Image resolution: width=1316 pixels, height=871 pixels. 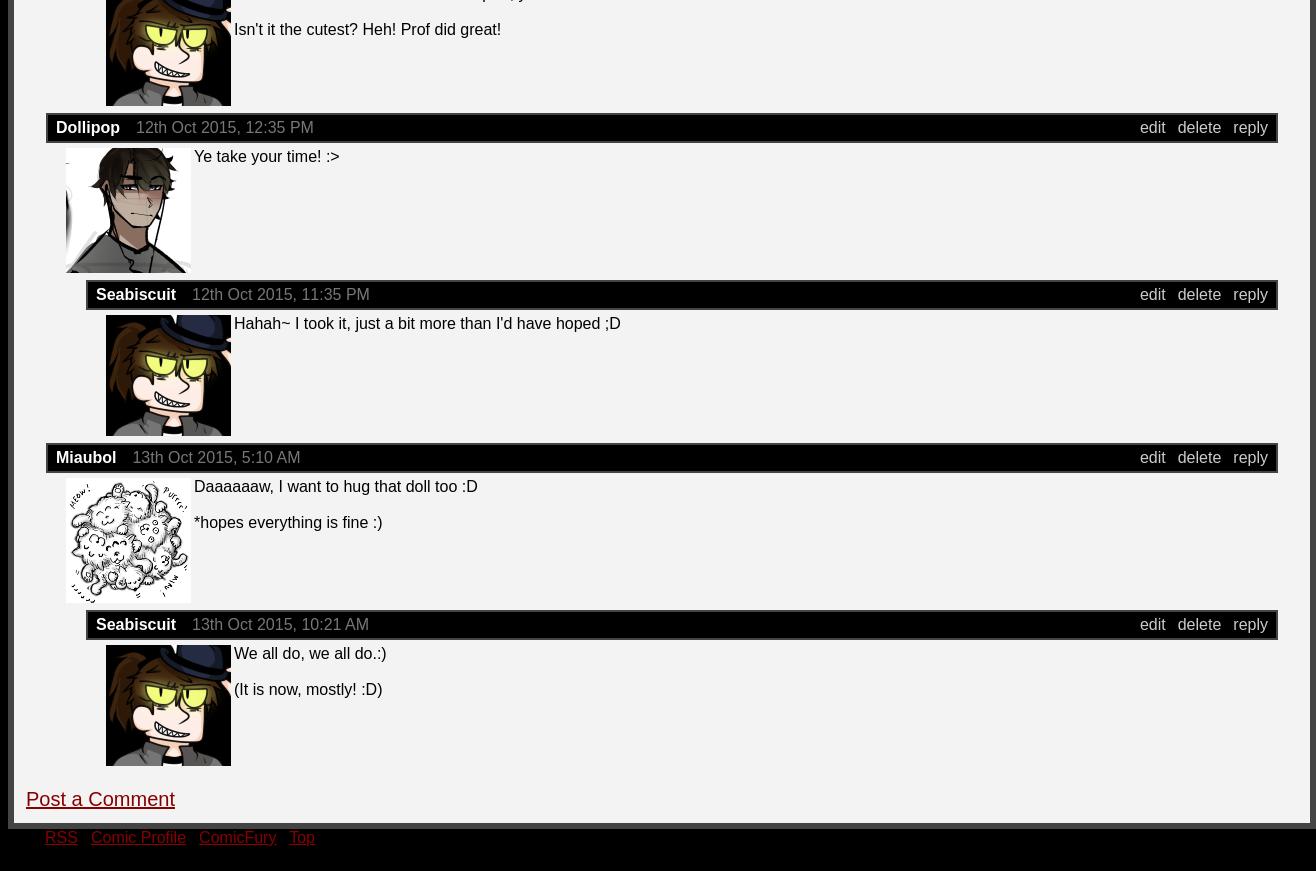 What do you see at coordinates (198, 837) in the screenshot?
I see `'ComicFury'` at bounding box center [198, 837].